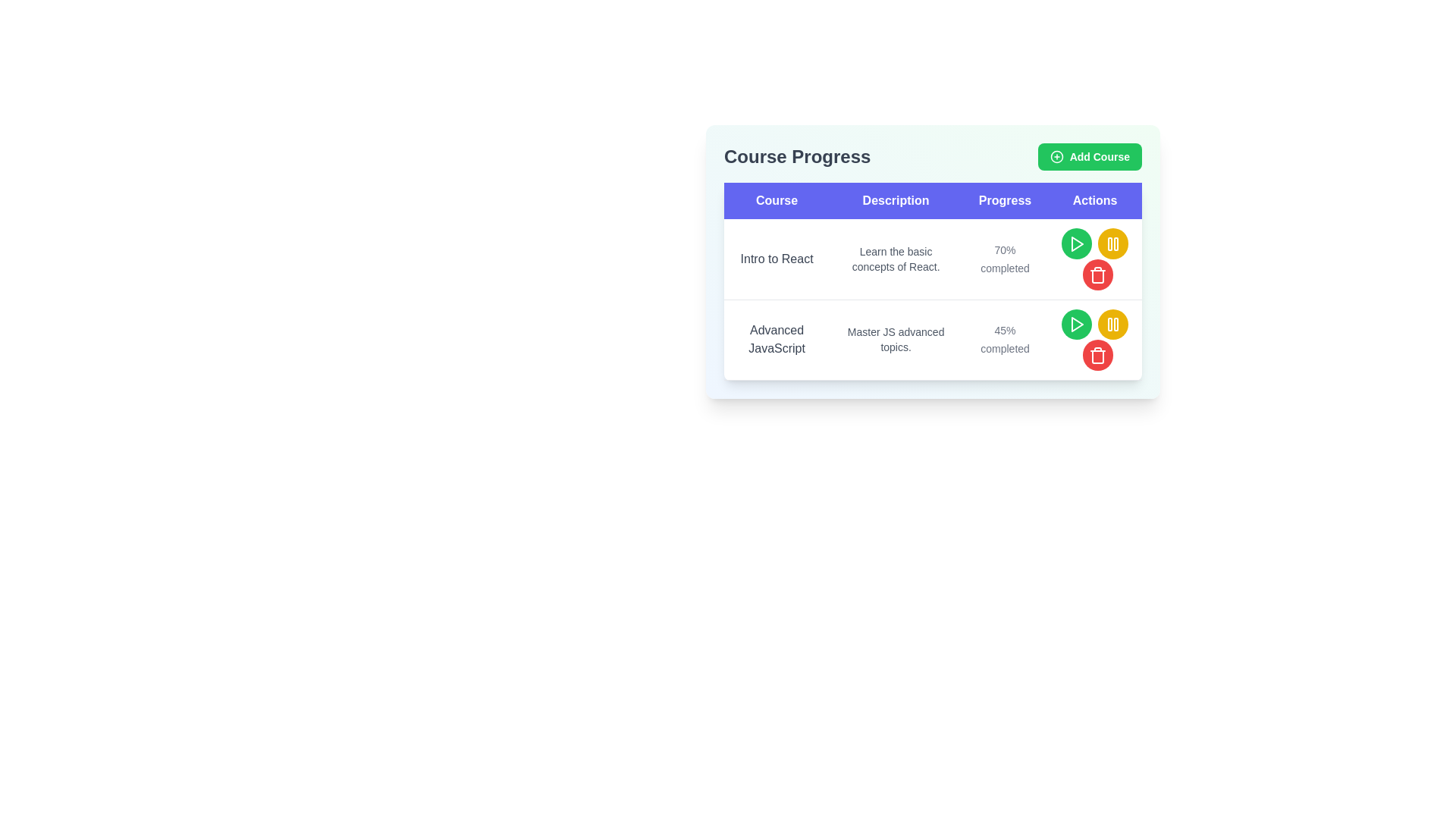 The image size is (1456, 819). Describe the element at coordinates (1076, 243) in the screenshot. I see `the 'Play' button located in the 'Actions' column of the first row` at that location.